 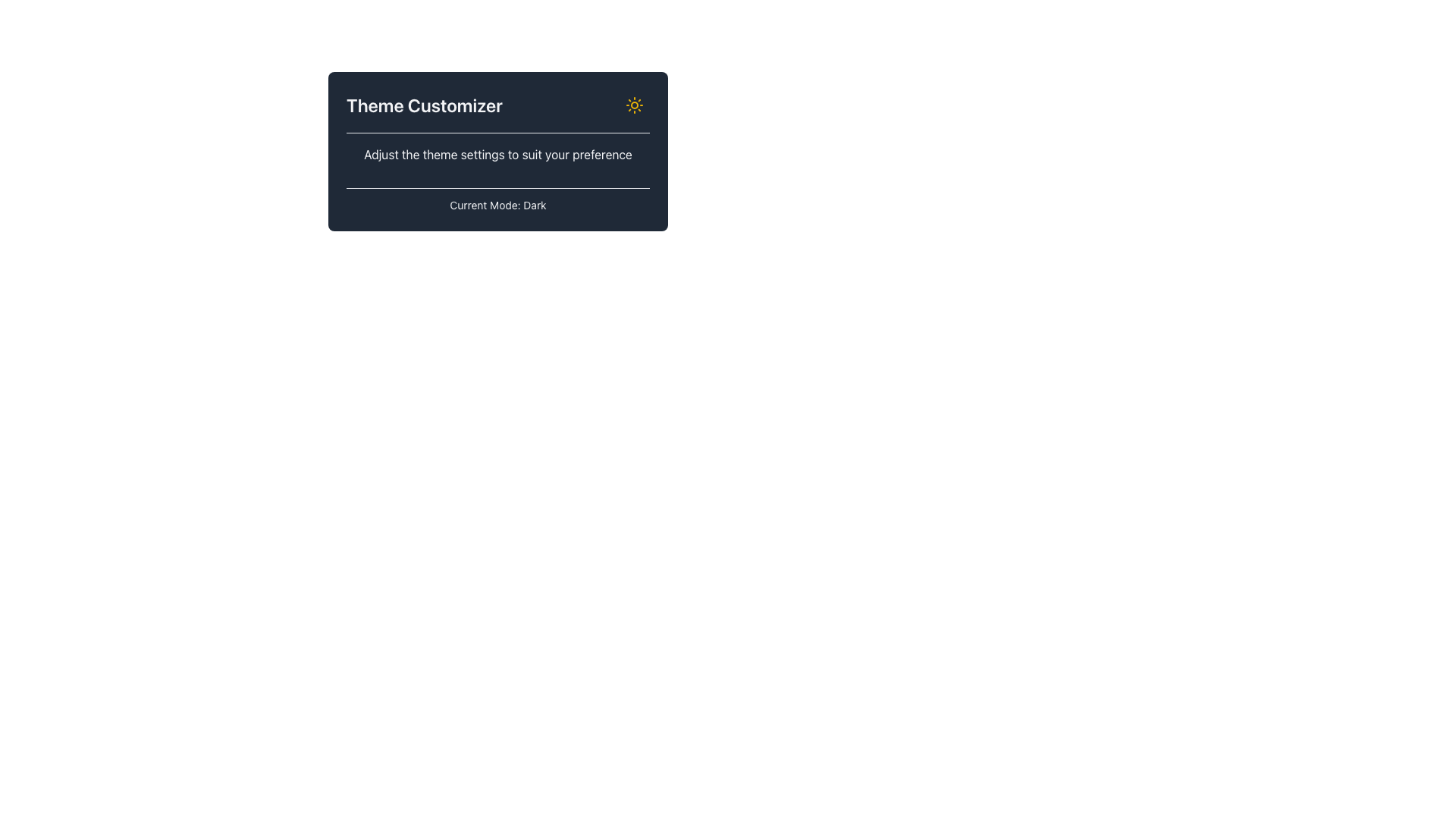 What do you see at coordinates (498, 161) in the screenshot?
I see `the informational Static Text related to theme customization located beneath the 'Theme Customizer' header and above the 'Current Mode: Dark' line` at bounding box center [498, 161].